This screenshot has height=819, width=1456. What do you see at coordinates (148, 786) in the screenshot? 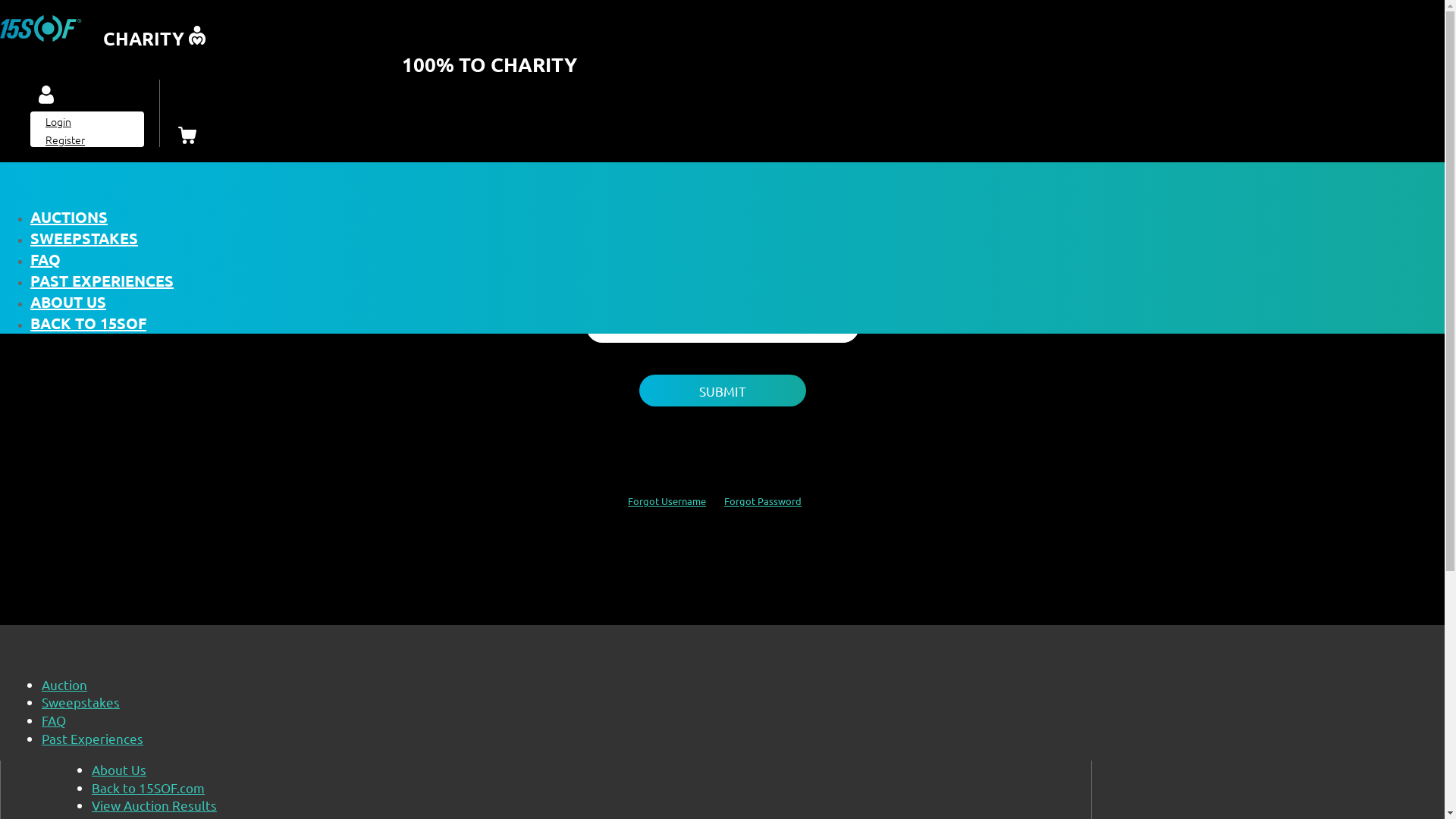
I see `'Back to 15SOF.com'` at bounding box center [148, 786].